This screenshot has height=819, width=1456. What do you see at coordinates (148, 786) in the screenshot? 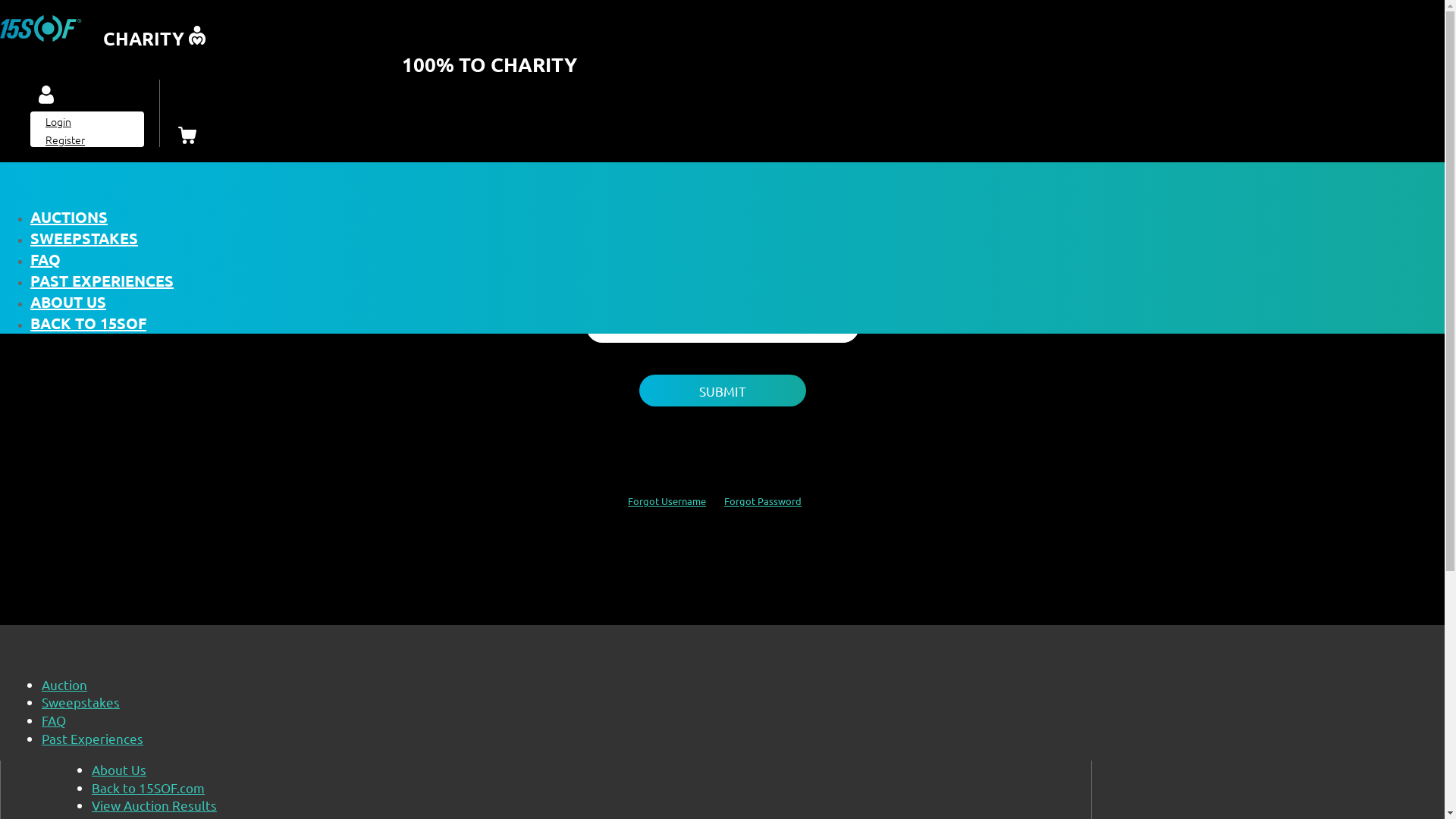
I see `'Back to 15SOF.com'` at bounding box center [148, 786].